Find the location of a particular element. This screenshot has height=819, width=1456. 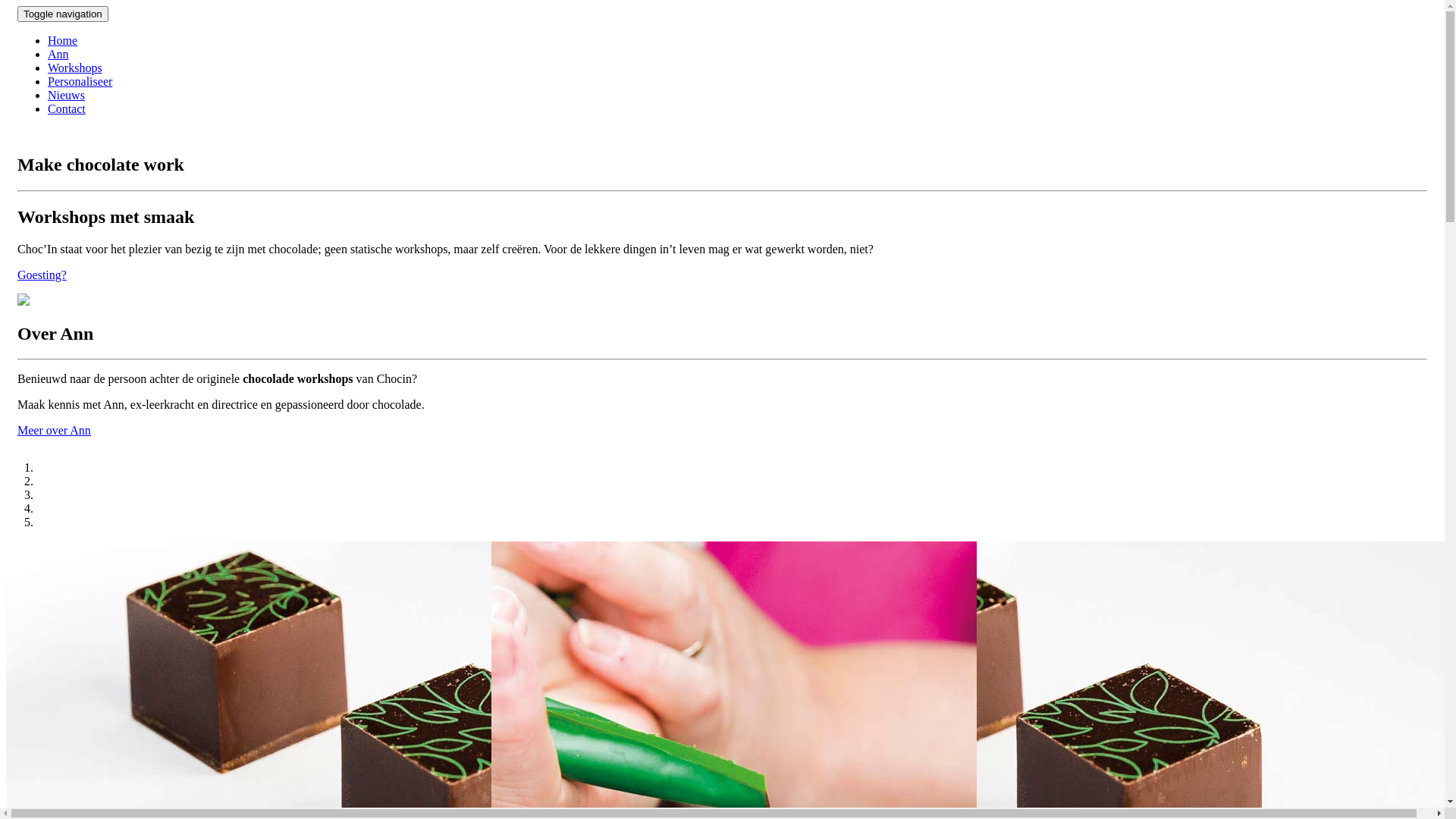

'Toggle navigation' is located at coordinates (61, 14).